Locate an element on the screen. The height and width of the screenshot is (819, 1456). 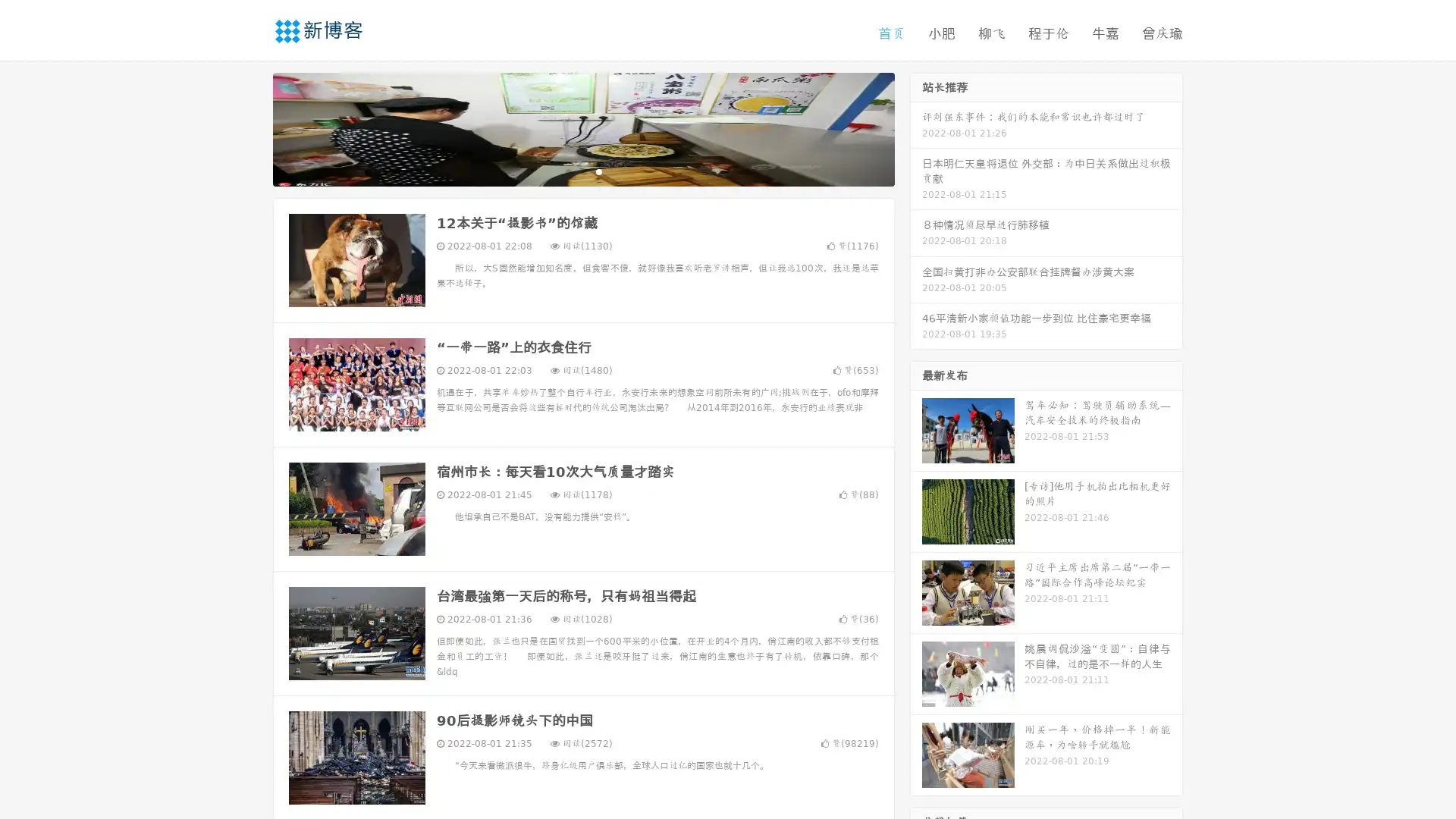
Go to slide 1 is located at coordinates (567, 171).